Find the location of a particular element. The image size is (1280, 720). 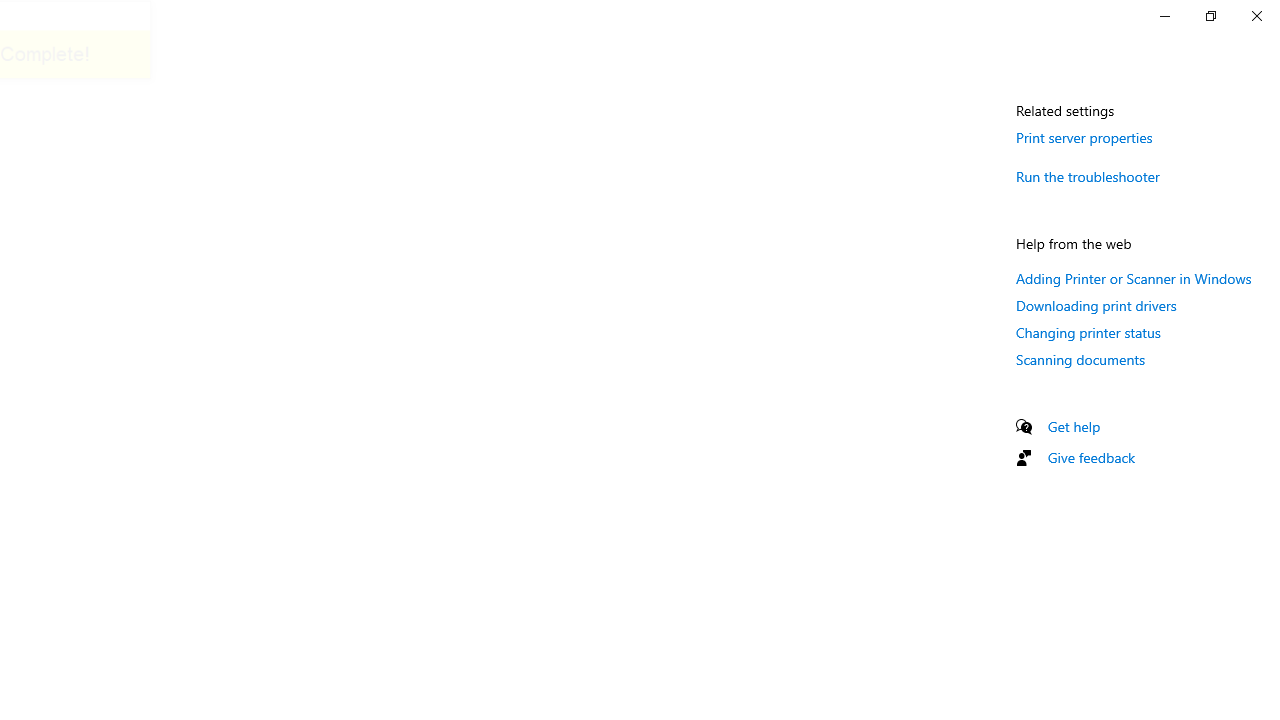

'Run the troubleshooter' is located at coordinates (1087, 175).